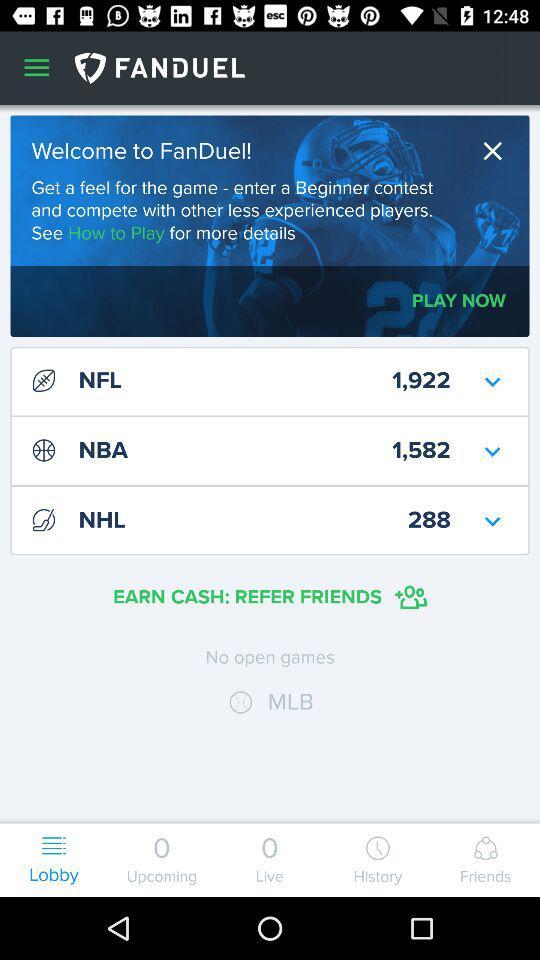 The width and height of the screenshot is (540, 960). I want to click on the icon to the right of the welcome to fanduel! item, so click(496, 150).